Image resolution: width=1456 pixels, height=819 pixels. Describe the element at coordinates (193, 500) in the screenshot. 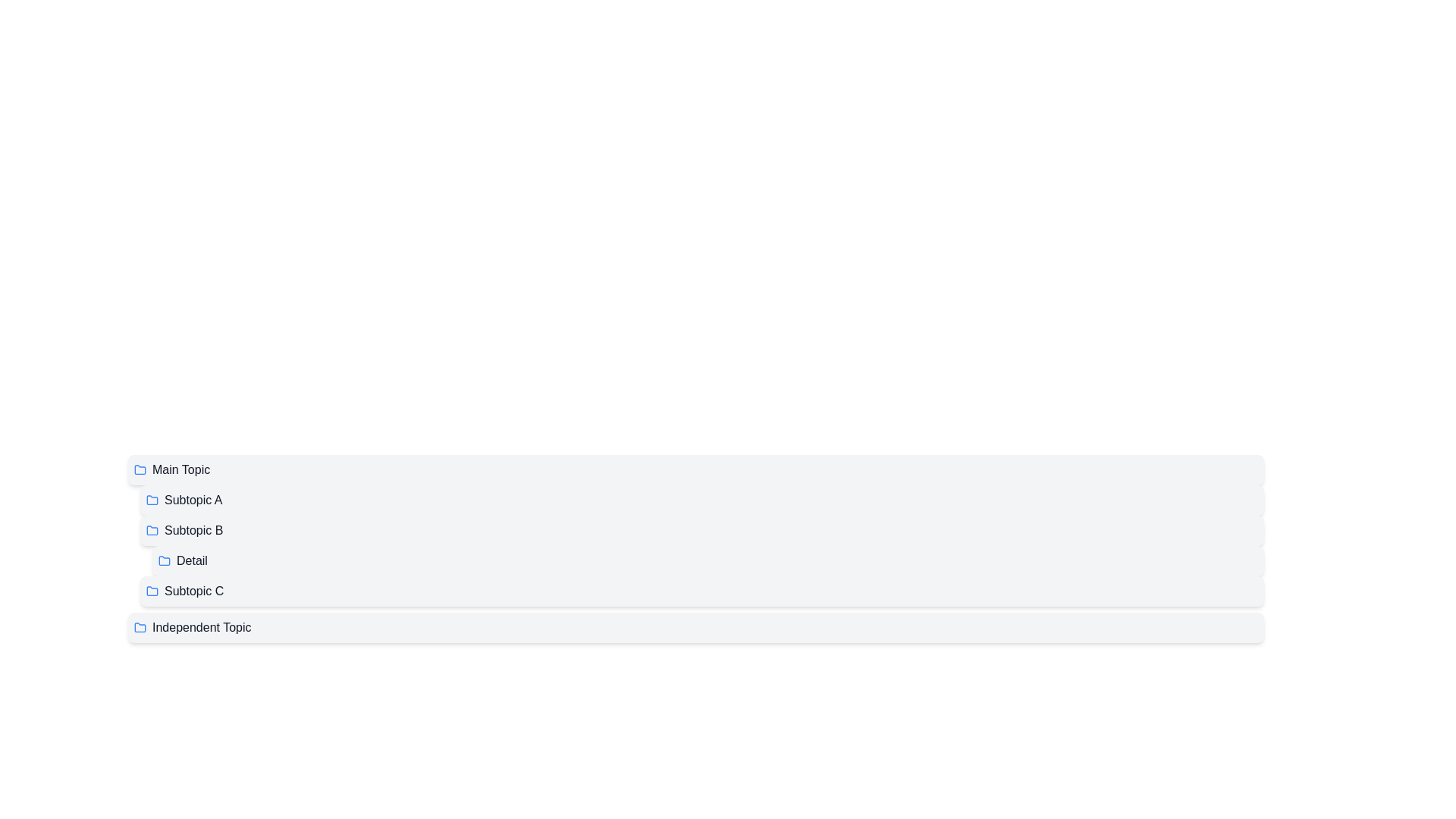

I see `the text label displaying 'Subtopic A', which is styled in bold dark gray and located next to a blue folder icon in the hierarchical list under 'Main Topic'` at that location.